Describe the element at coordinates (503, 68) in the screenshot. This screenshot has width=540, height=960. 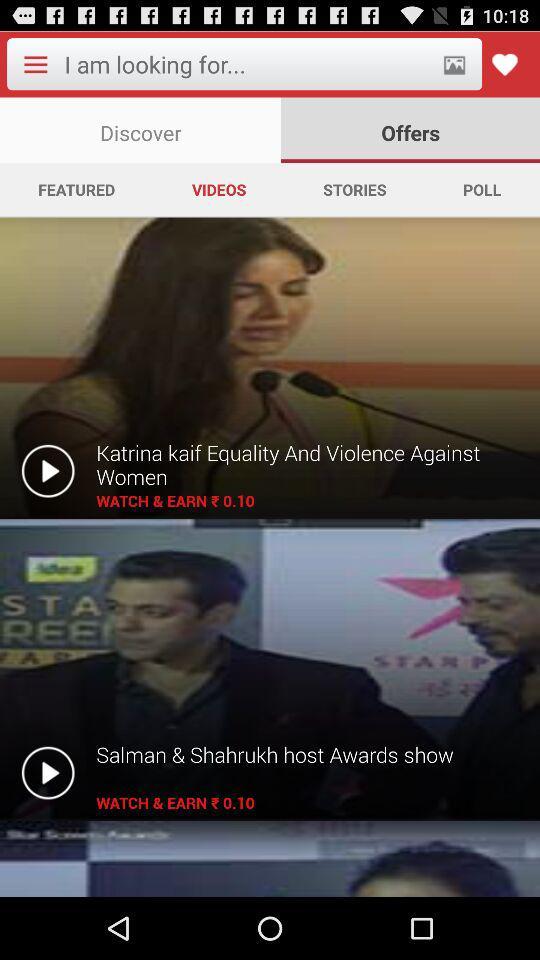
I see `the favorite icon` at that location.